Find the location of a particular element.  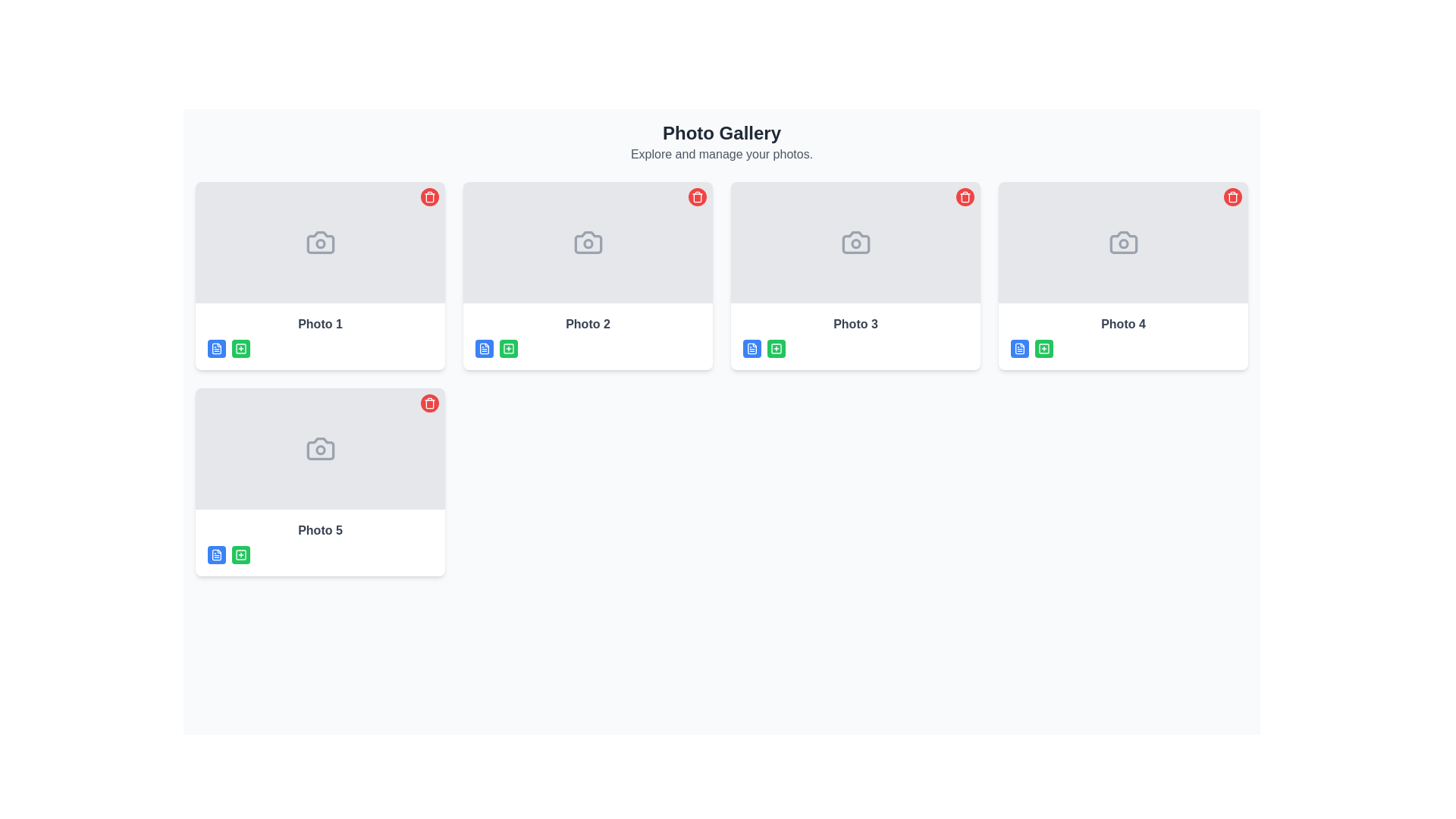

the placeholder graphic indicating the absence of an image in the lower-left photo card labeled 'Photo 5' is located at coordinates (319, 447).